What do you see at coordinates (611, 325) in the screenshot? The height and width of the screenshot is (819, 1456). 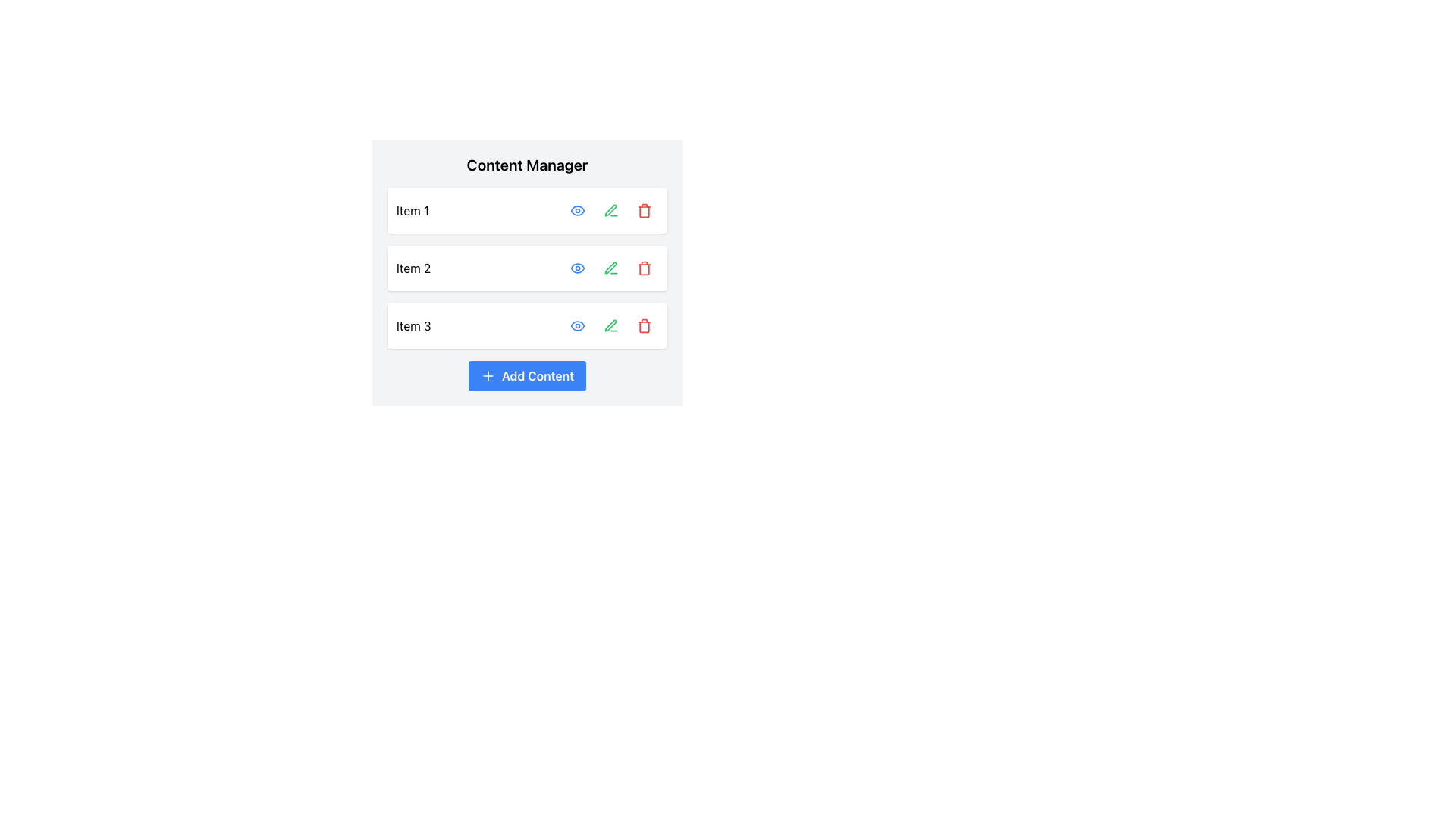 I see `the edit button icon in the third row of the vertical list of items` at bounding box center [611, 325].